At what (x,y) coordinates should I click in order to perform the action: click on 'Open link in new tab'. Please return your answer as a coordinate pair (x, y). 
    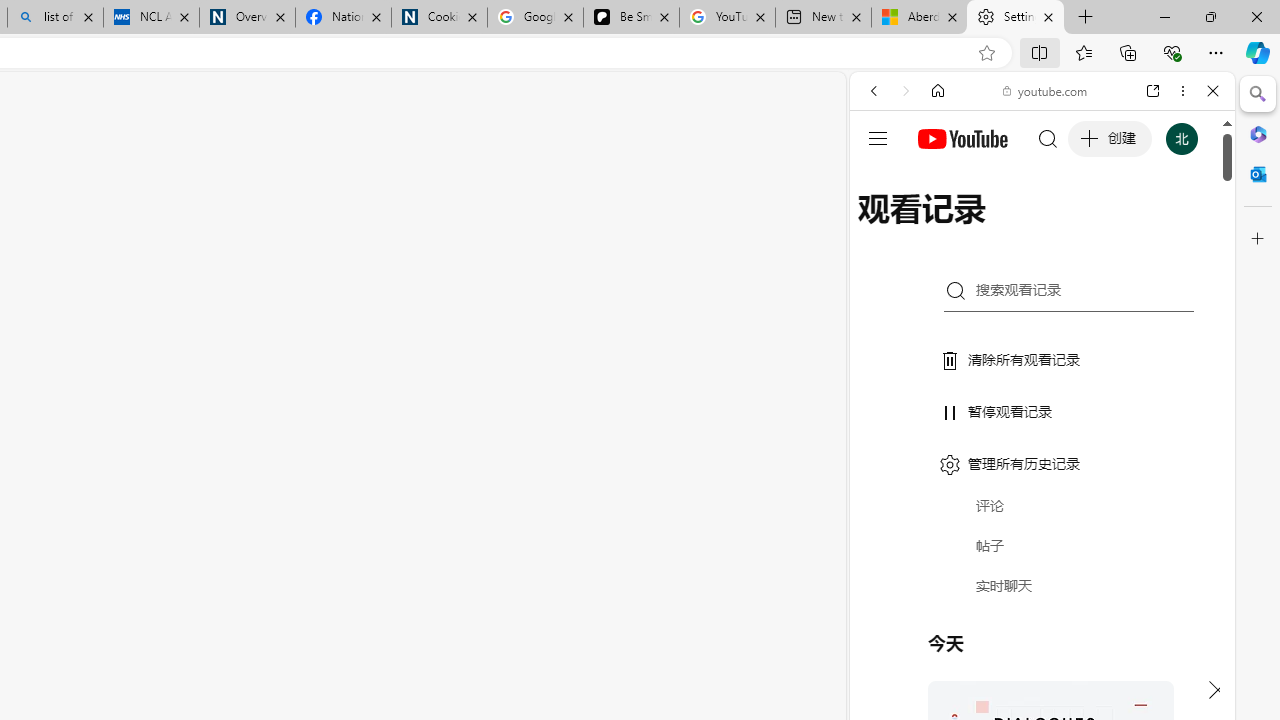
    Looking at the image, I should click on (1153, 91).